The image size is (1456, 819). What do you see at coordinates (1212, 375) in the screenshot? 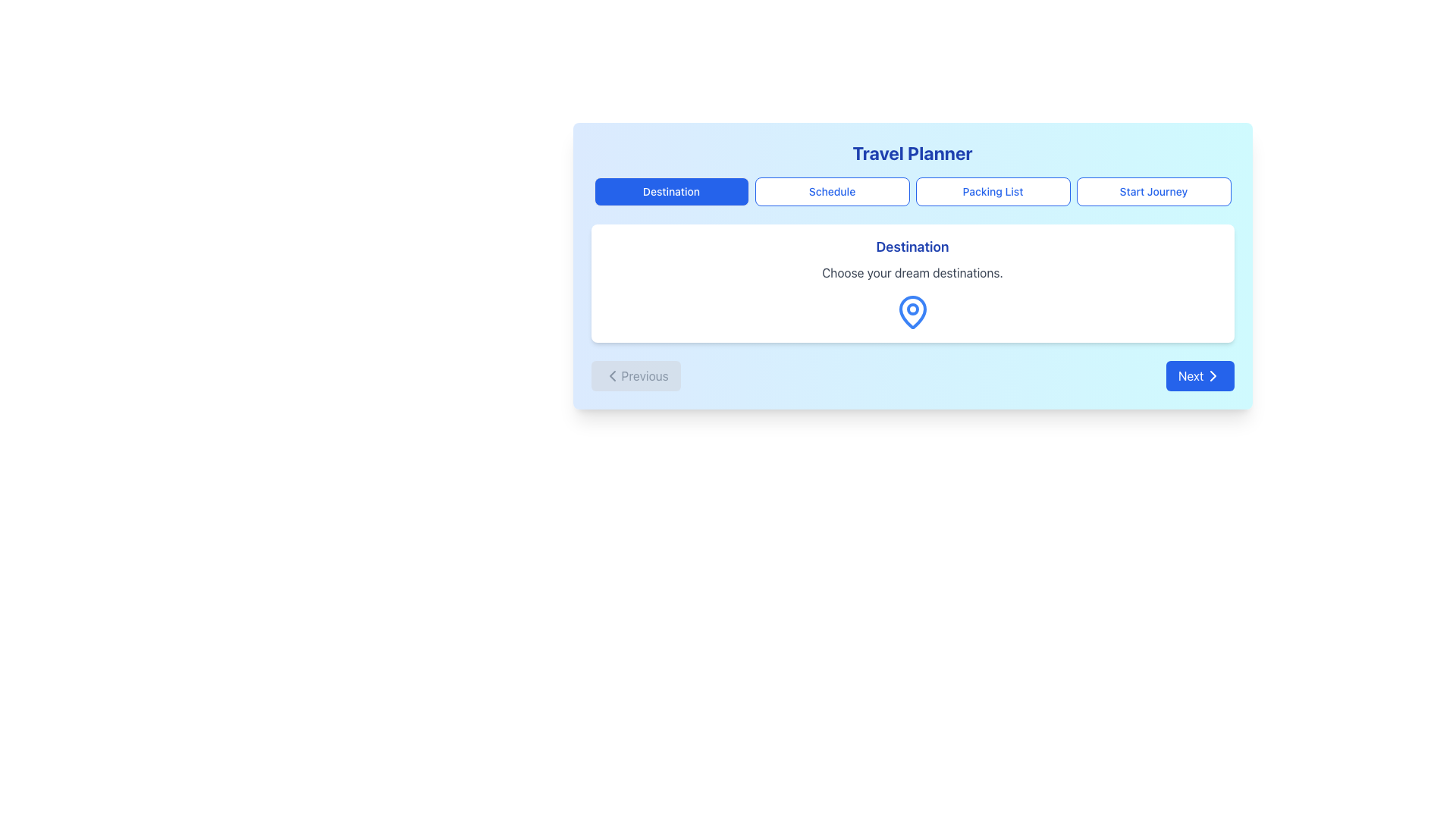
I see `the chevron icon located at the far right of the 'Next' button` at bounding box center [1212, 375].